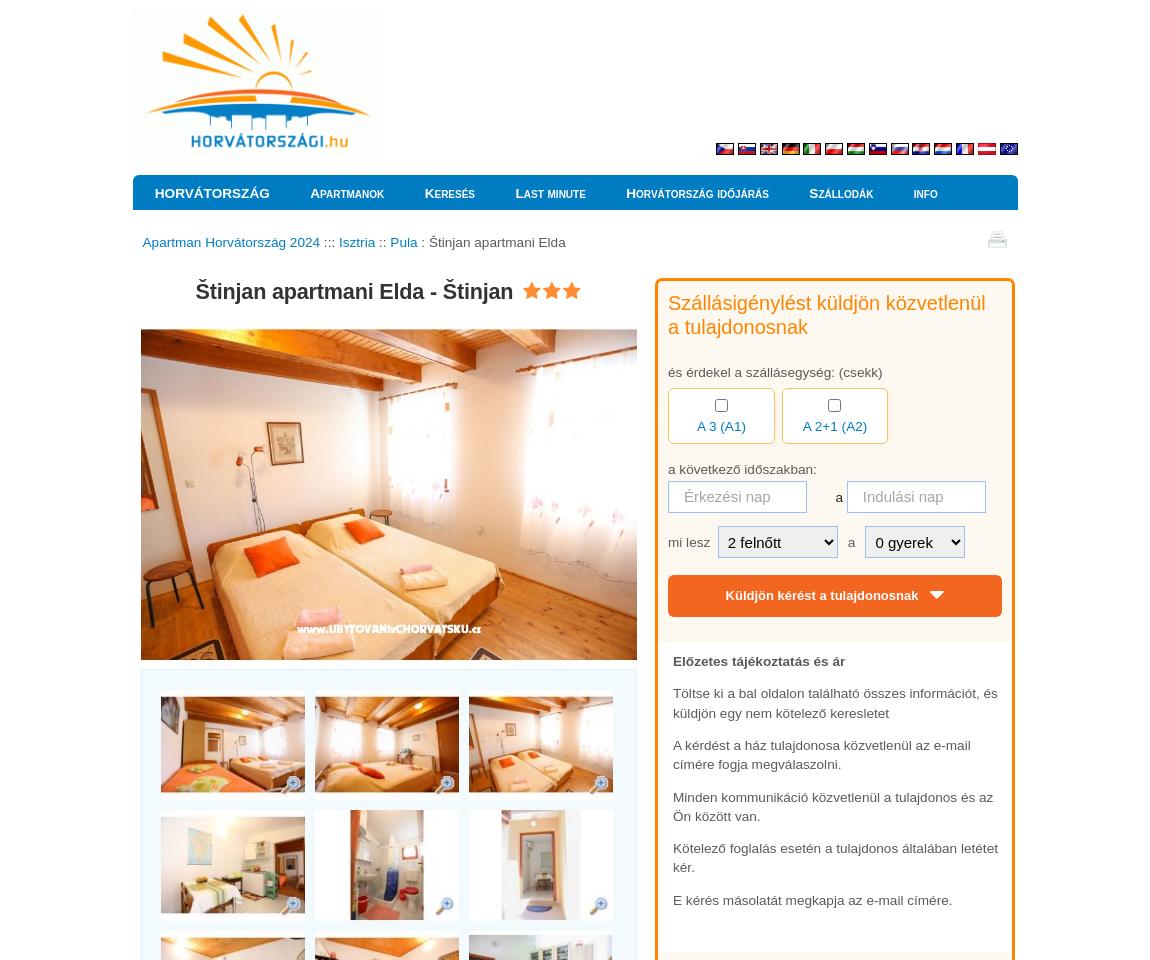  I want to click on 'Előzetes tájékoztatás és ár', so click(758, 659).